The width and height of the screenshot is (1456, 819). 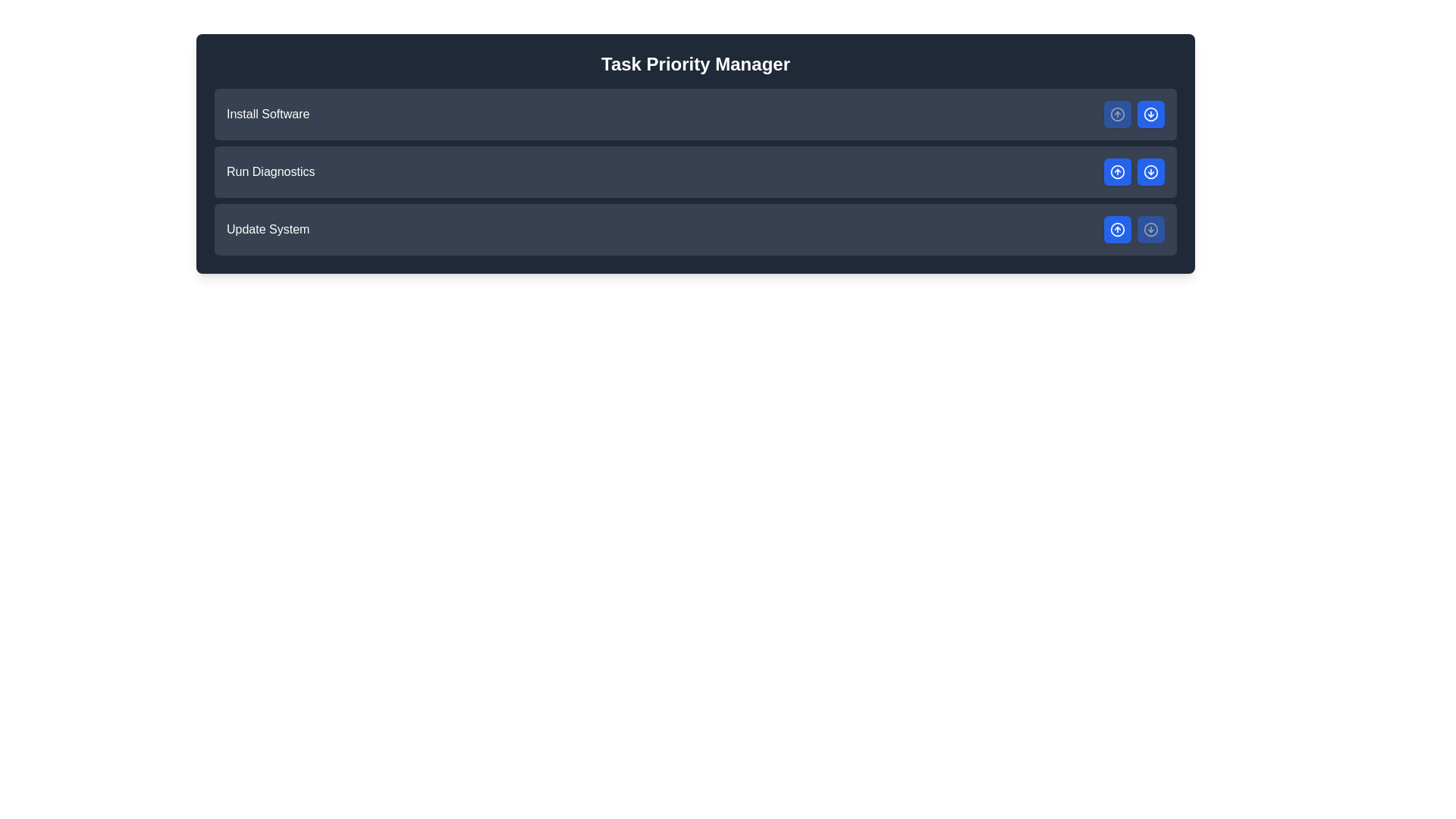 What do you see at coordinates (1150, 171) in the screenshot?
I see `the SVG circle element that is part of the arrow-down icon, located in the lower right area of the interface within the 'Update System' task button` at bounding box center [1150, 171].